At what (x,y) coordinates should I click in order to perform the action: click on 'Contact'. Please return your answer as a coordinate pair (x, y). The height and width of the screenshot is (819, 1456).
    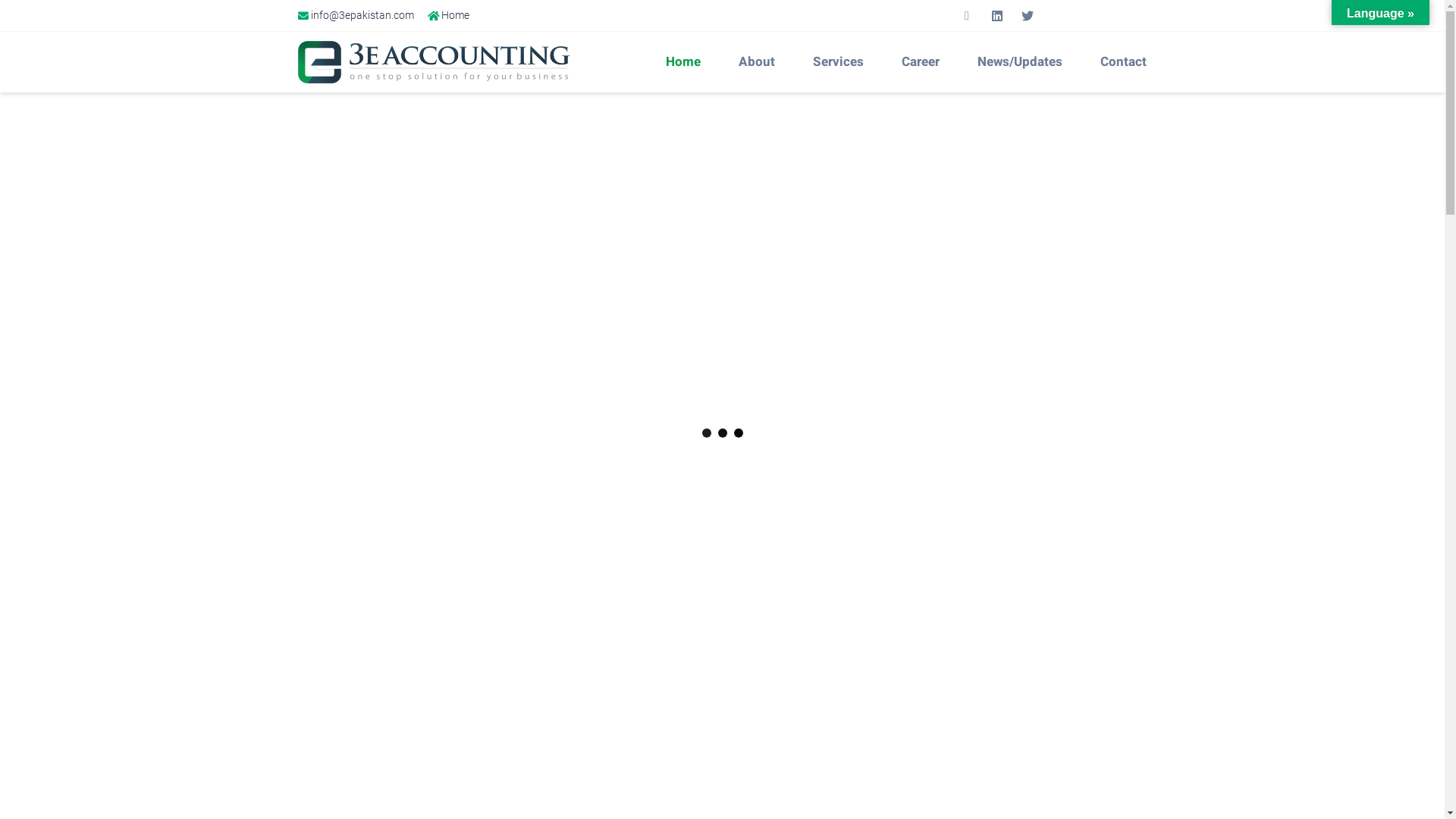
    Looking at the image, I should click on (1127, 61).